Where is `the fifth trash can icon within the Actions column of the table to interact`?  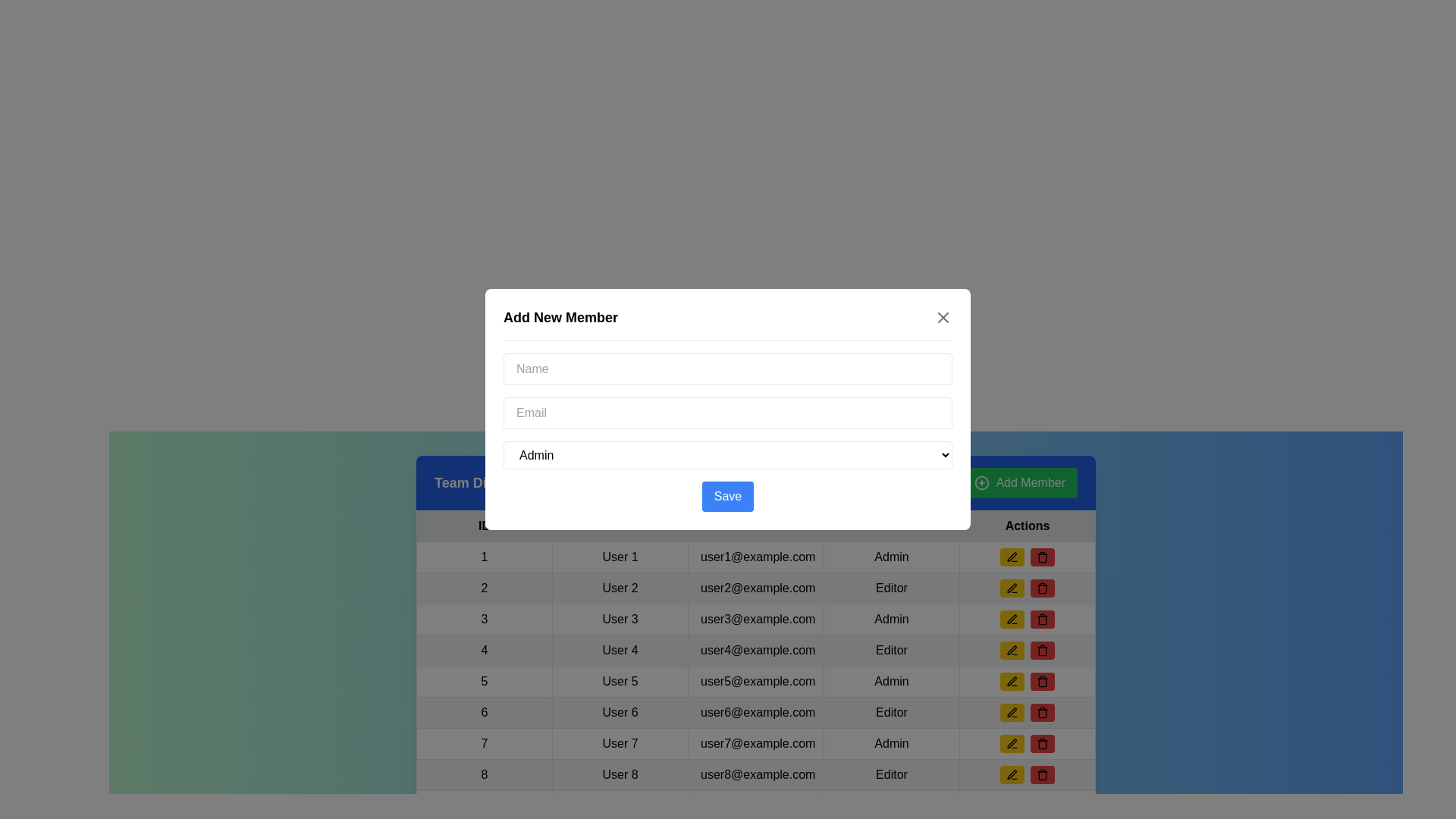
the fifth trash can icon within the Actions column of the table to interact is located at coordinates (1041, 620).